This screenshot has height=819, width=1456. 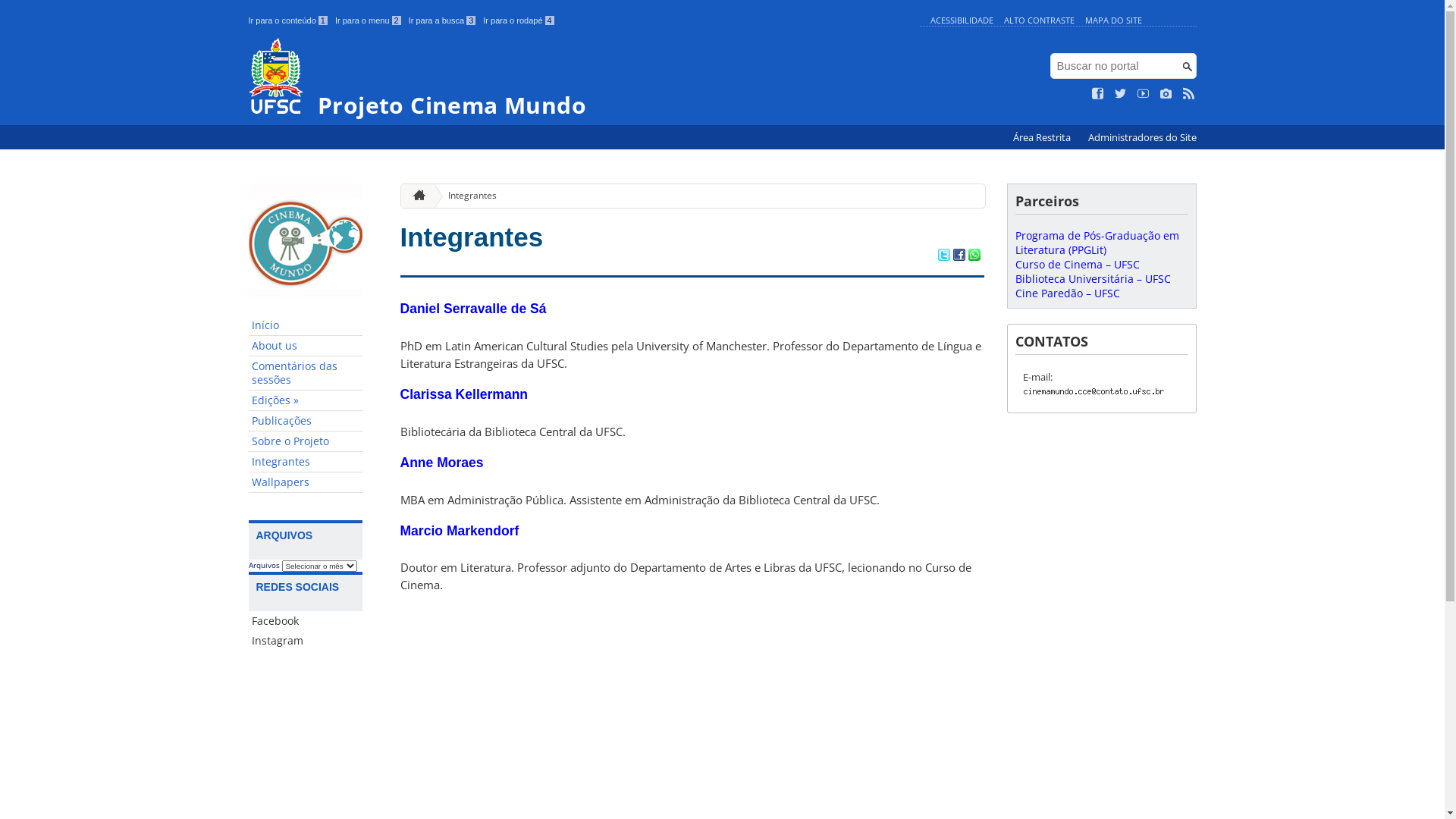 What do you see at coordinates (305, 482) in the screenshot?
I see `'Wallpapers'` at bounding box center [305, 482].